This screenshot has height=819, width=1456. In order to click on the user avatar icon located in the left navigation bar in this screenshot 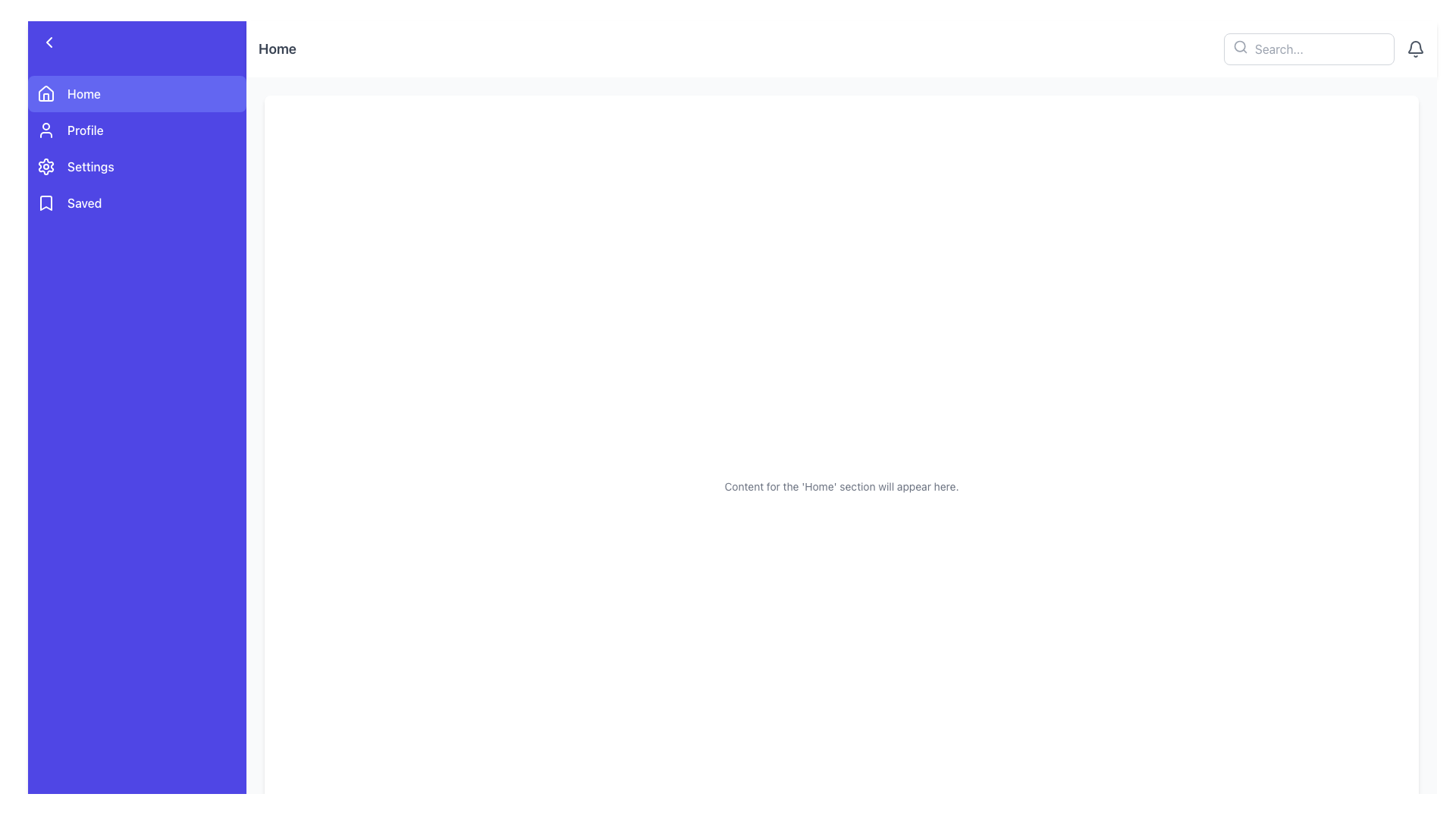, I will do `click(46, 130)`.